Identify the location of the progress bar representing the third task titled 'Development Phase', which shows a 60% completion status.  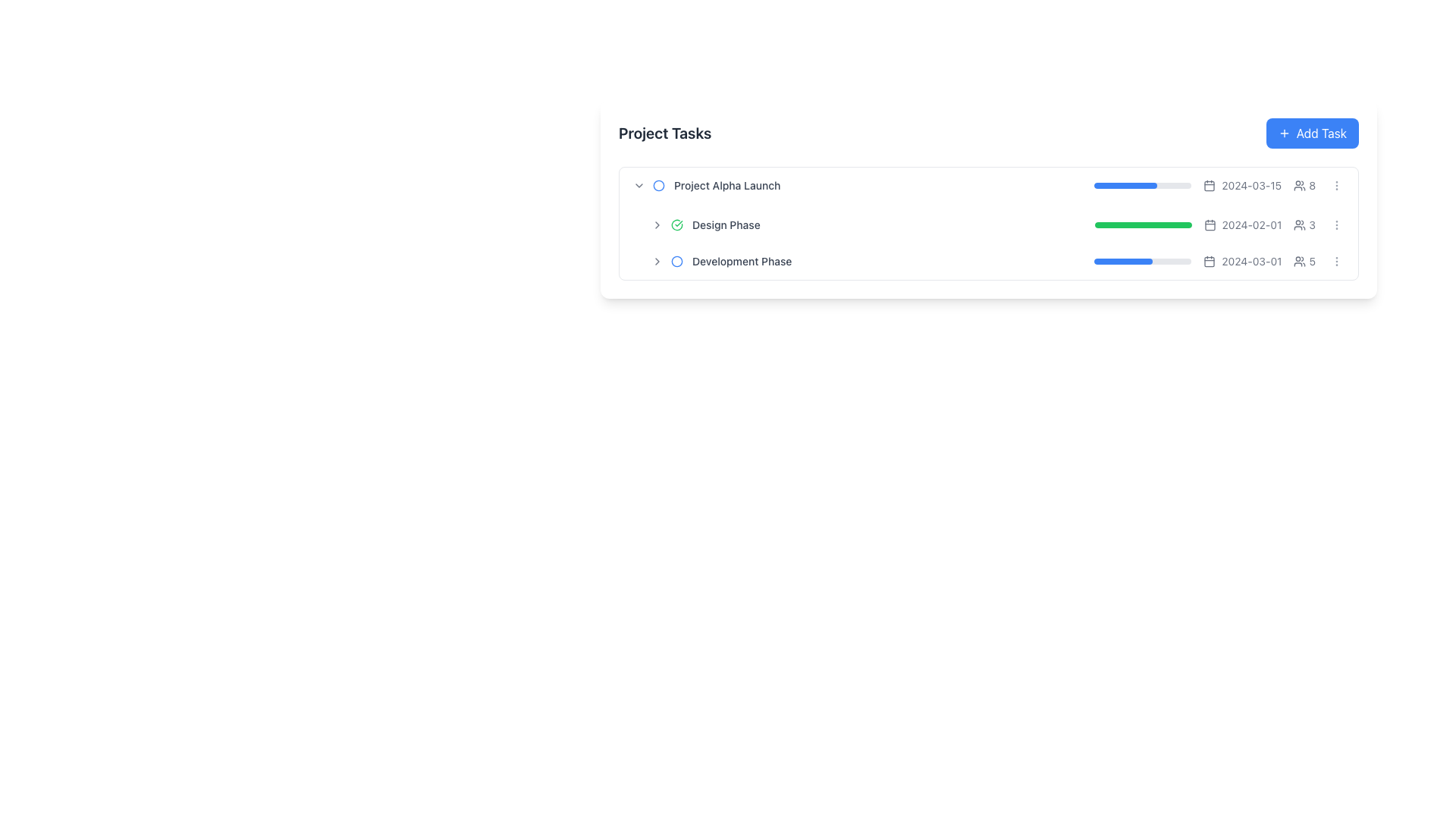
(1143, 260).